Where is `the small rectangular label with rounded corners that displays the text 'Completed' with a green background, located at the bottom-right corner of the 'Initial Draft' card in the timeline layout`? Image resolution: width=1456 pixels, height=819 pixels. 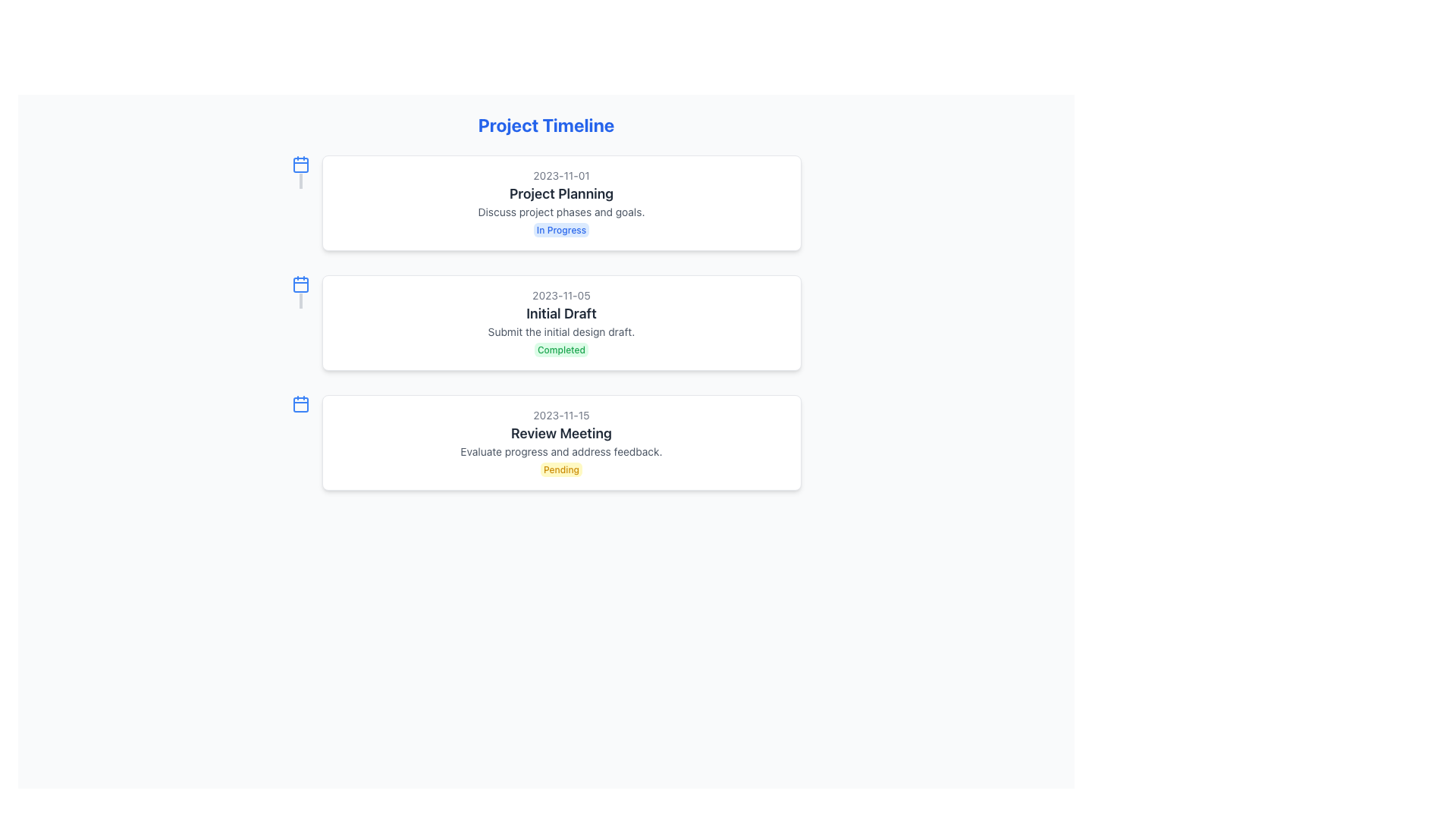 the small rectangular label with rounded corners that displays the text 'Completed' with a green background, located at the bottom-right corner of the 'Initial Draft' card in the timeline layout is located at coordinates (560, 350).